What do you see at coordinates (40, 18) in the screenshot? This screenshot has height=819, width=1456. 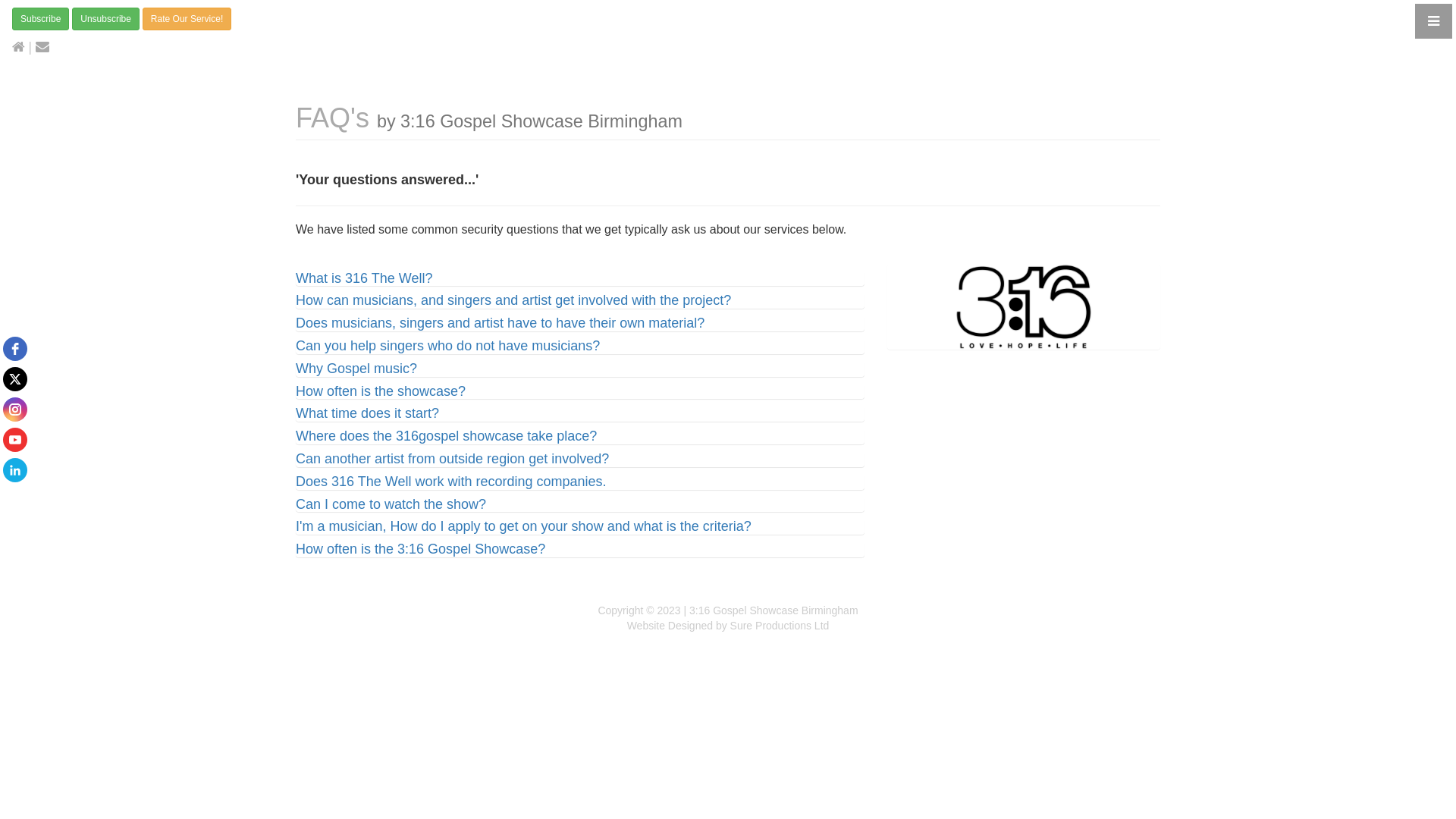 I see `'Subscribe'` at bounding box center [40, 18].